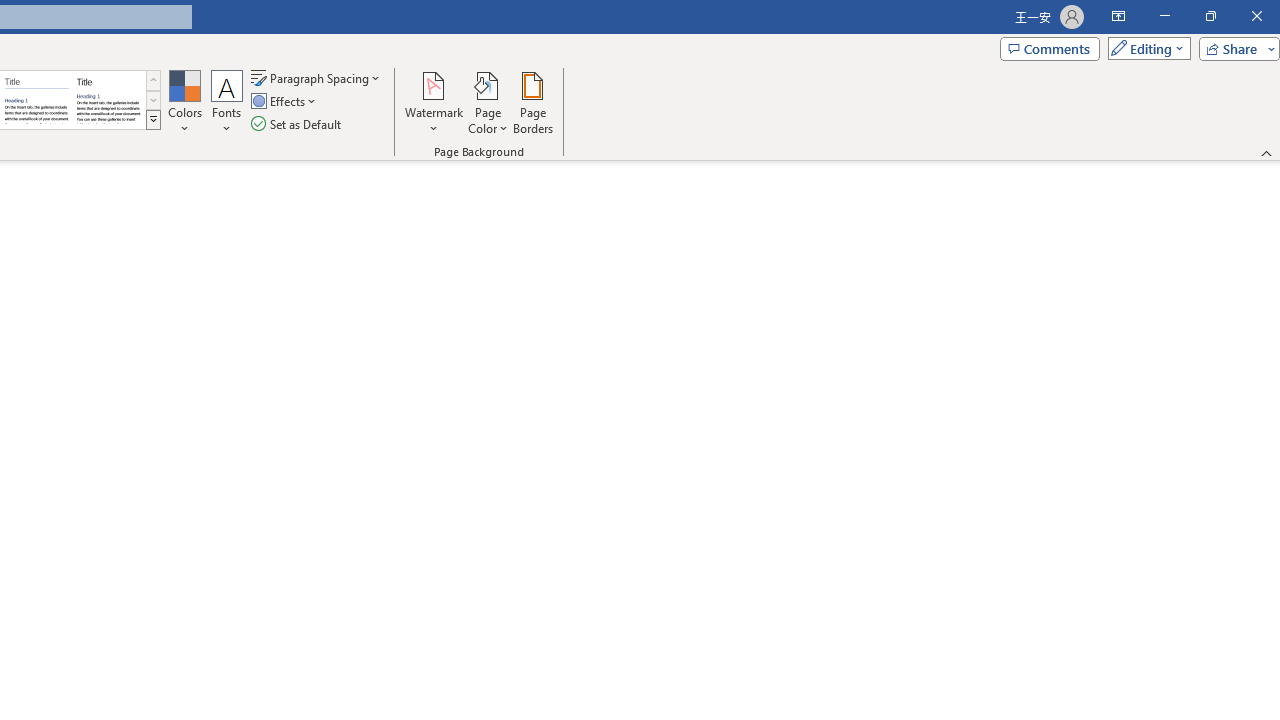 The height and width of the screenshot is (720, 1280). I want to click on 'Fonts', so click(227, 103).